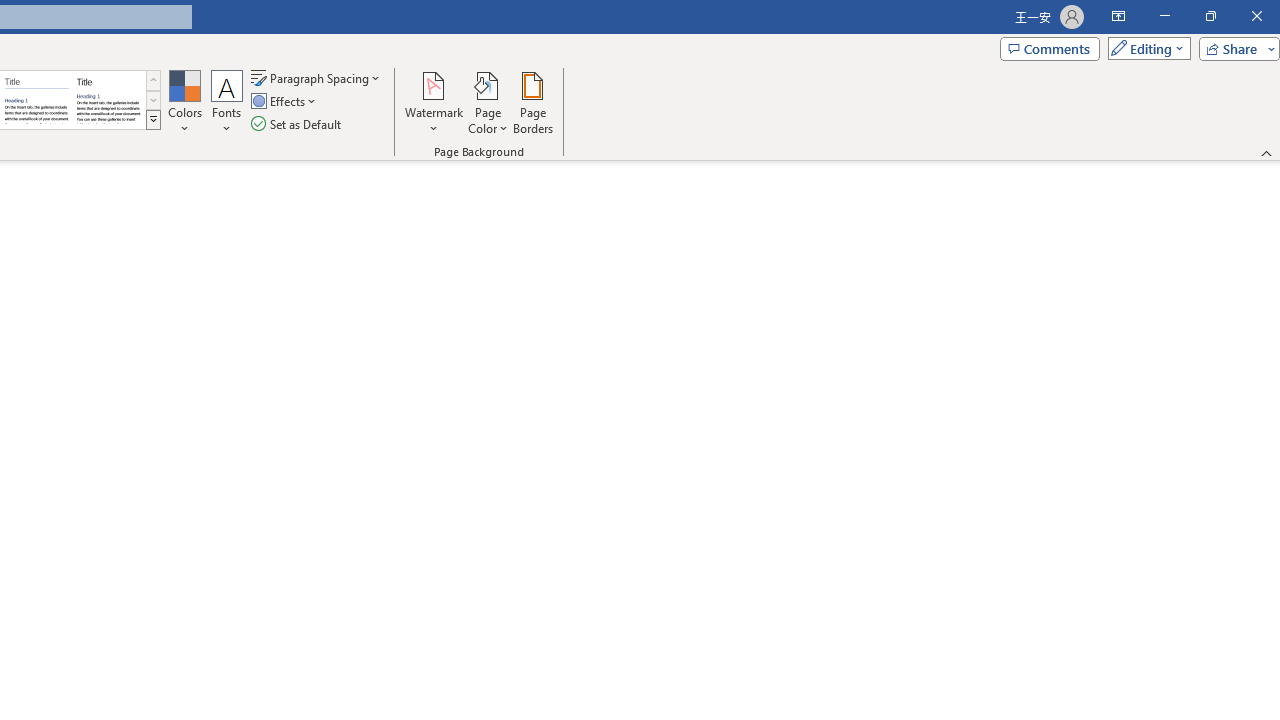 The height and width of the screenshot is (720, 1280). I want to click on 'Fonts', so click(227, 103).